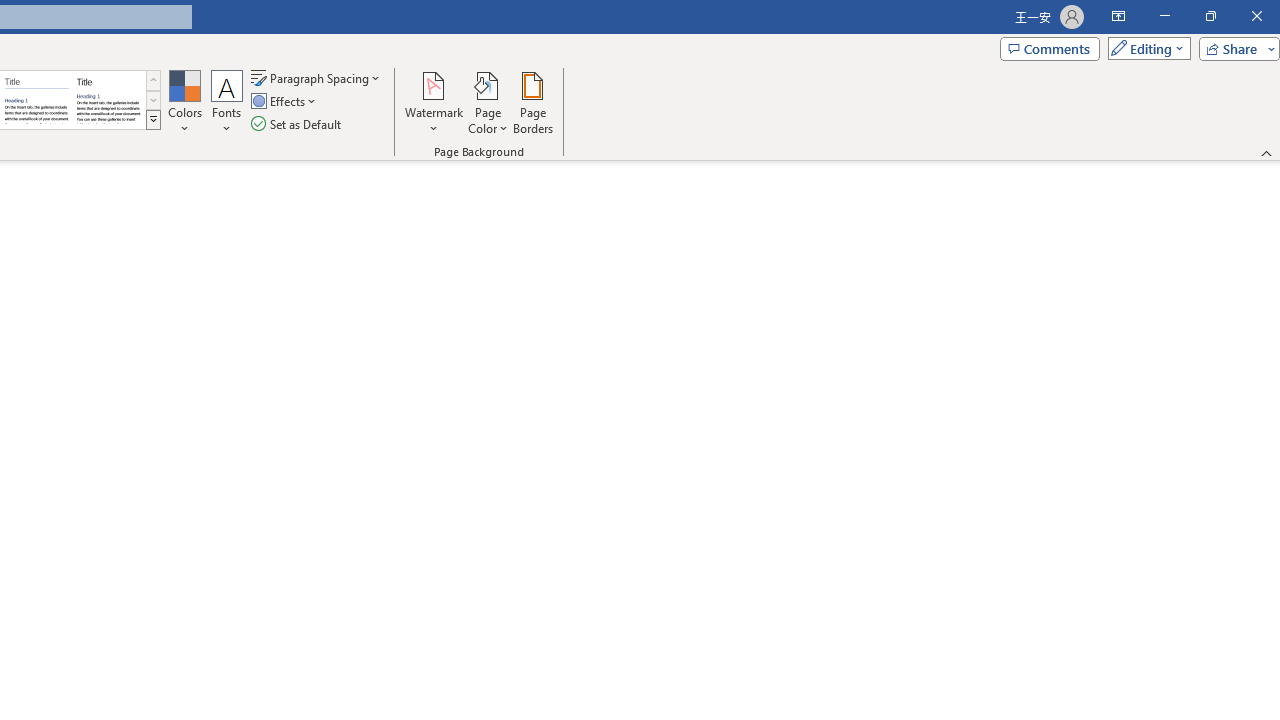 The height and width of the screenshot is (720, 1280). I want to click on 'Fonts', so click(227, 103).